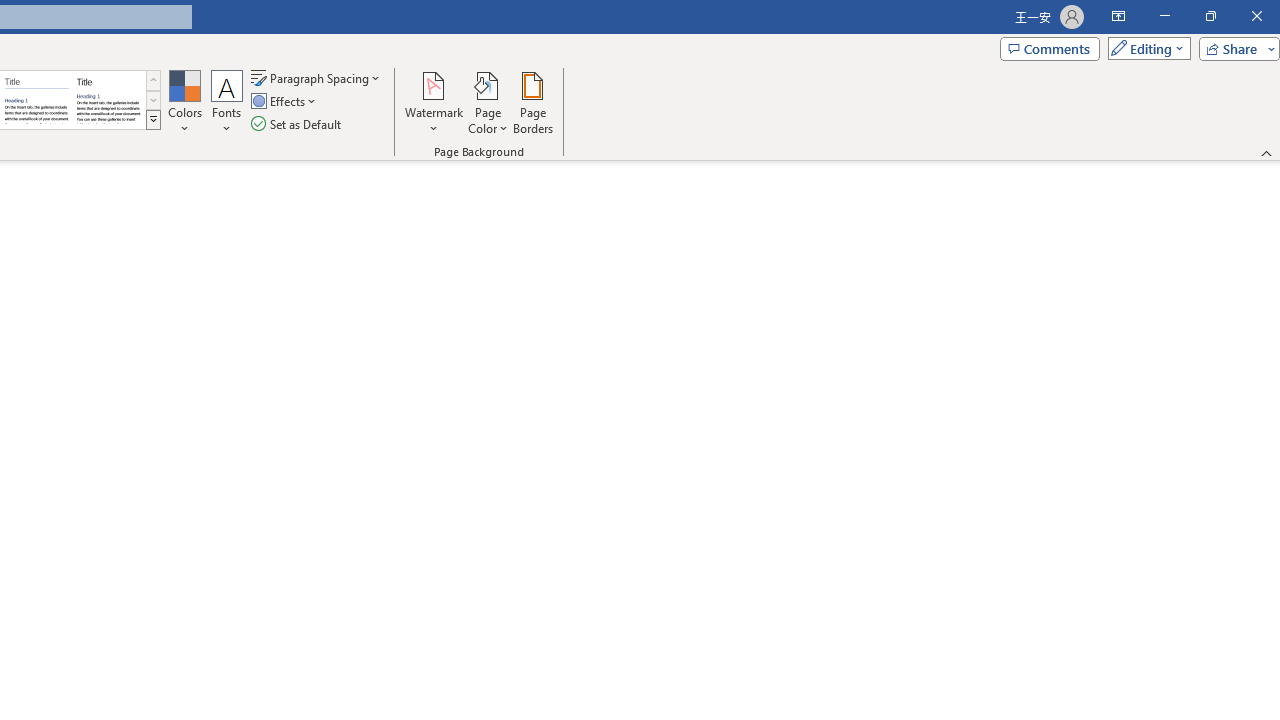 The height and width of the screenshot is (720, 1280). I want to click on 'Fonts', so click(227, 103).